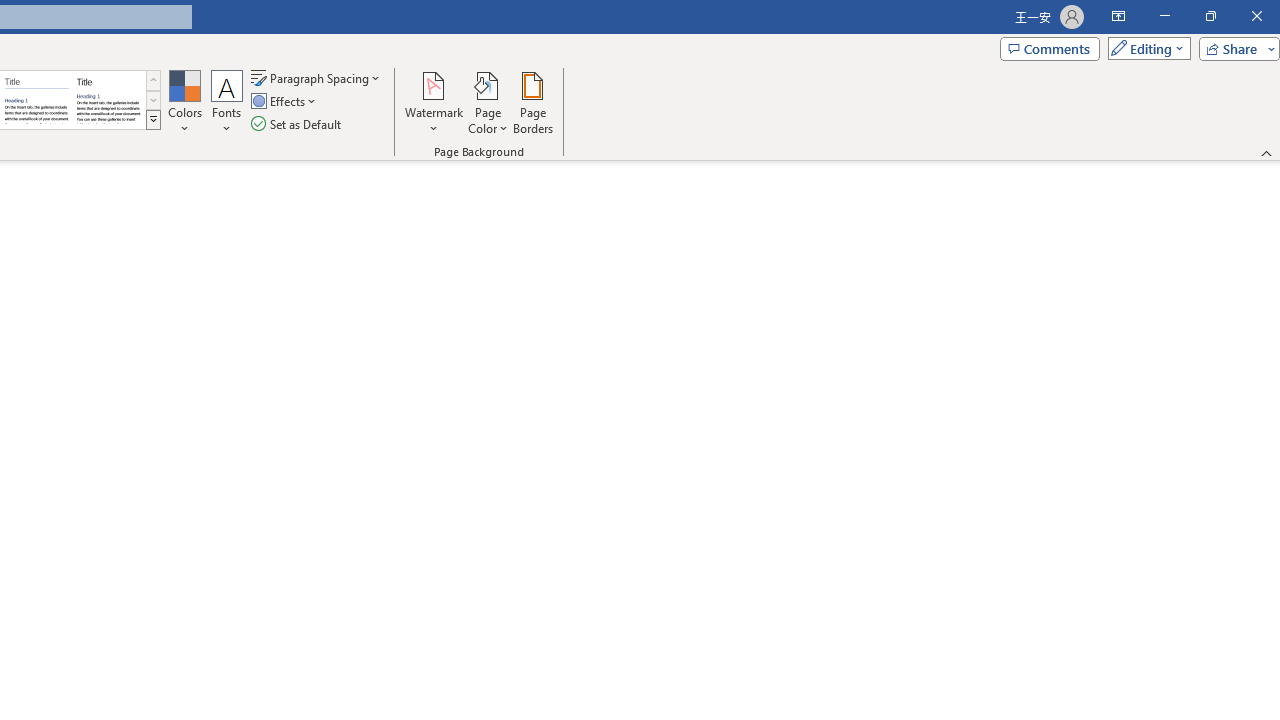 The height and width of the screenshot is (720, 1280). I want to click on 'Fonts', so click(227, 103).